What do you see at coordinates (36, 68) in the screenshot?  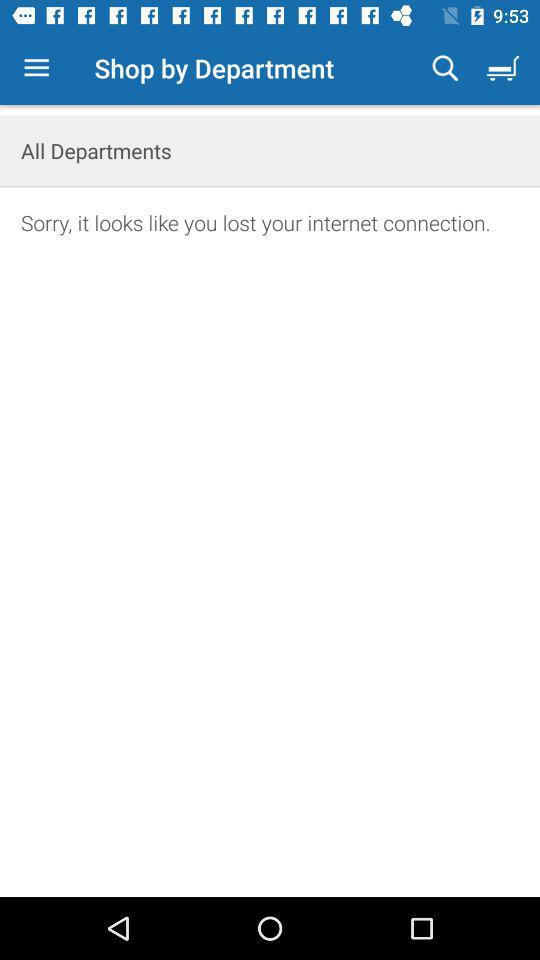 I see `icon next to shop by department icon` at bounding box center [36, 68].